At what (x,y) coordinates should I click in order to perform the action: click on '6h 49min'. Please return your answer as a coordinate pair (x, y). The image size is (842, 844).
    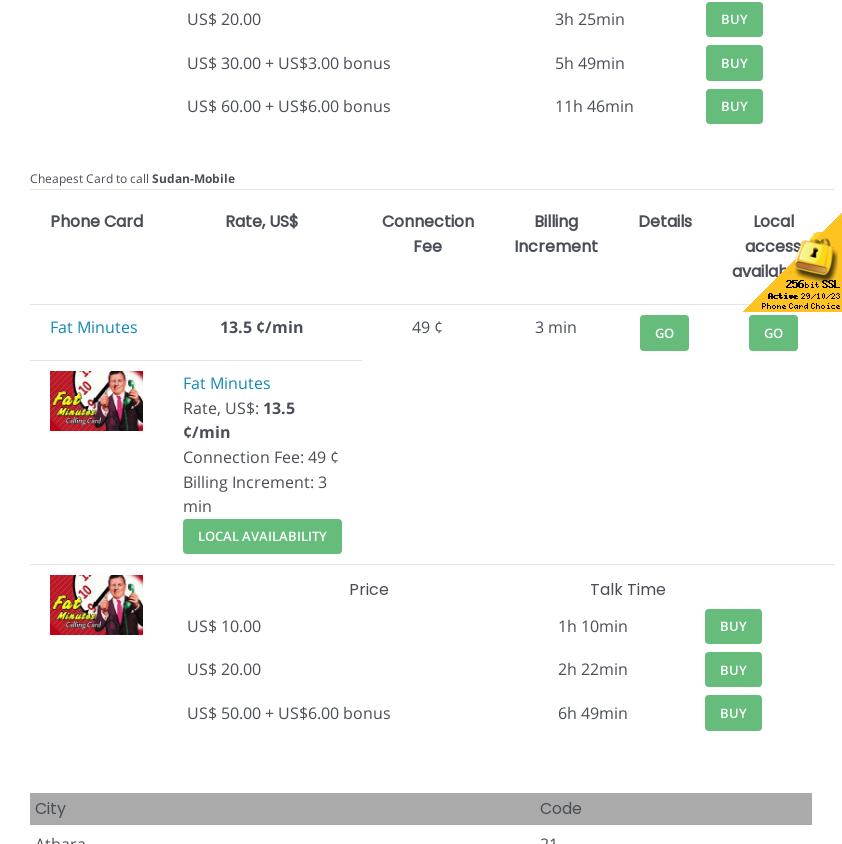
    Looking at the image, I should click on (592, 710).